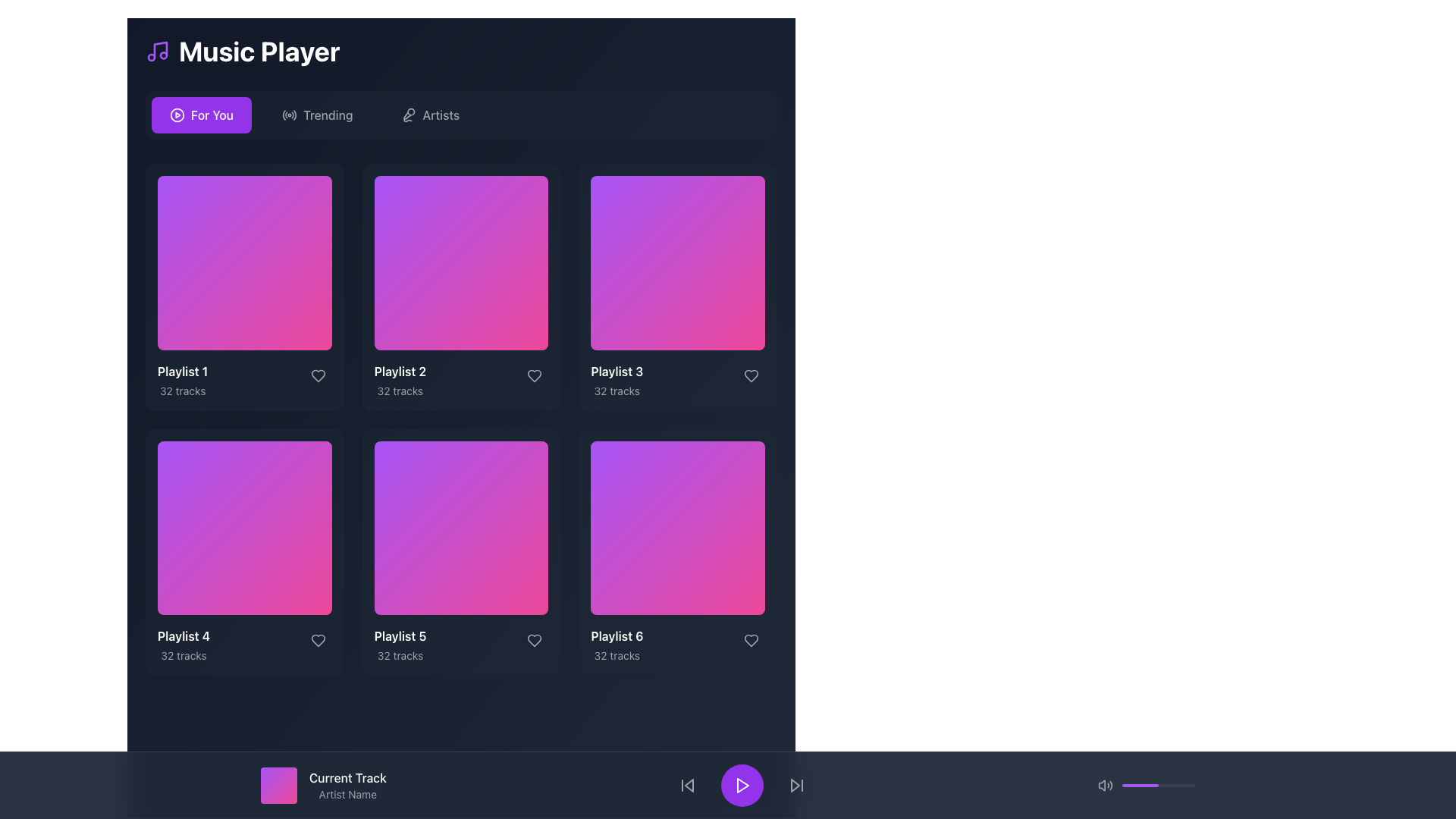  I want to click on the text component displaying 'Playlist 2' and '32 tracks', which is located in the second card of the top row in the grid layout, so click(400, 379).